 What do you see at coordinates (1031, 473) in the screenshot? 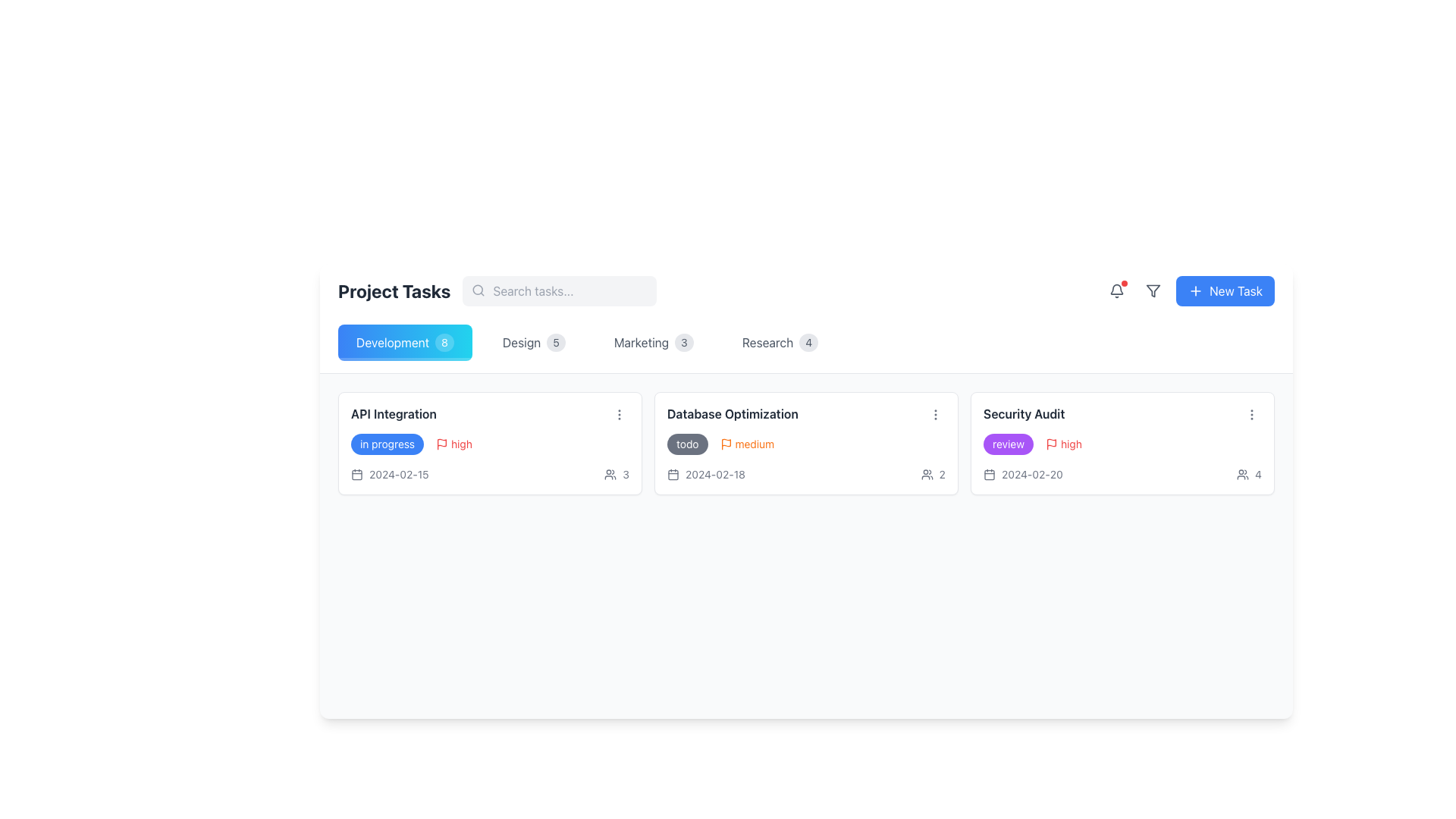
I see `the text element that indicates the due date for the task in the bottom-right section of the 'Security Audit' card` at bounding box center [1031, 473].